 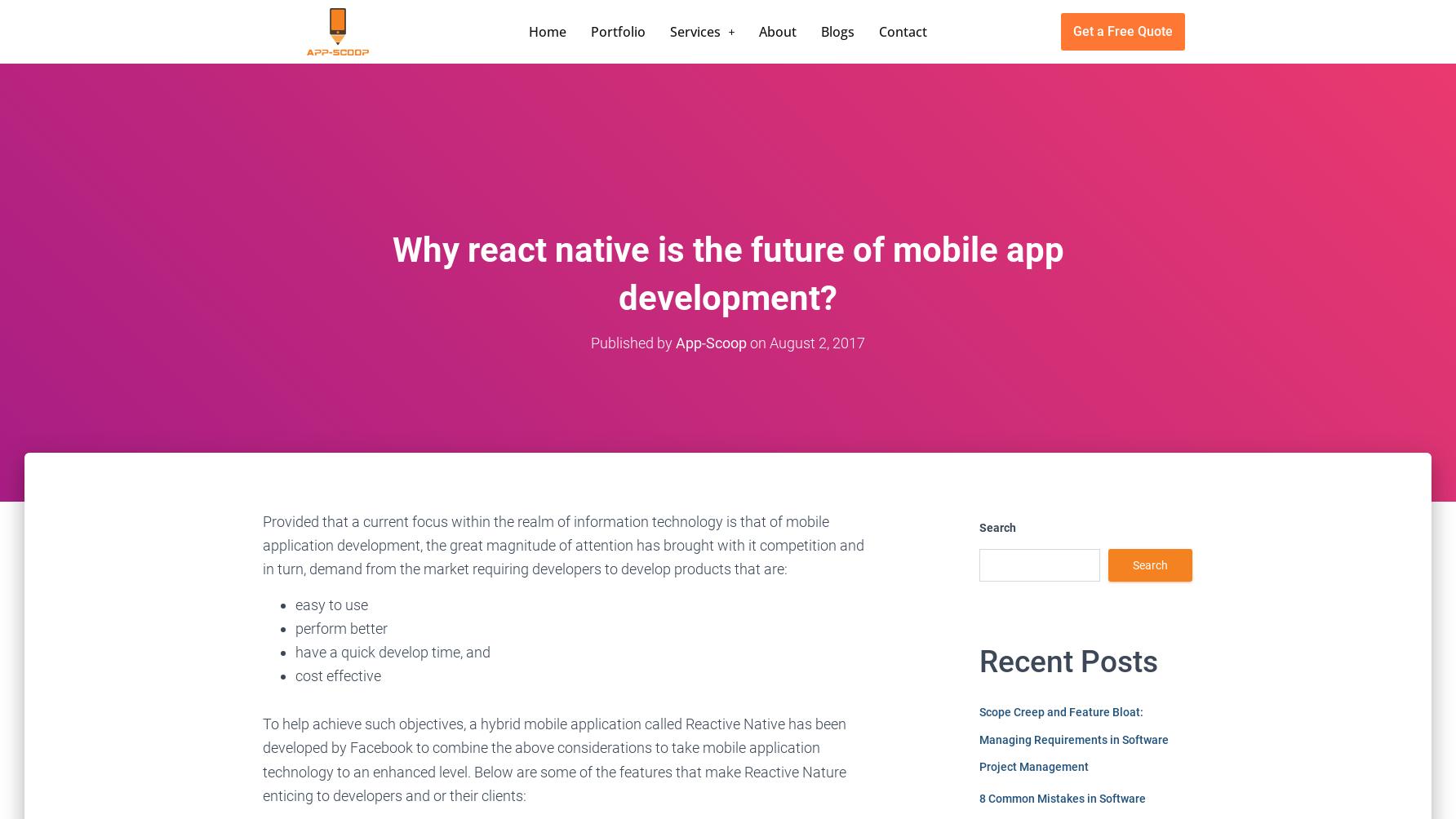 I want to click on 'have a quick develop time, and', so click(x=393, y=652).